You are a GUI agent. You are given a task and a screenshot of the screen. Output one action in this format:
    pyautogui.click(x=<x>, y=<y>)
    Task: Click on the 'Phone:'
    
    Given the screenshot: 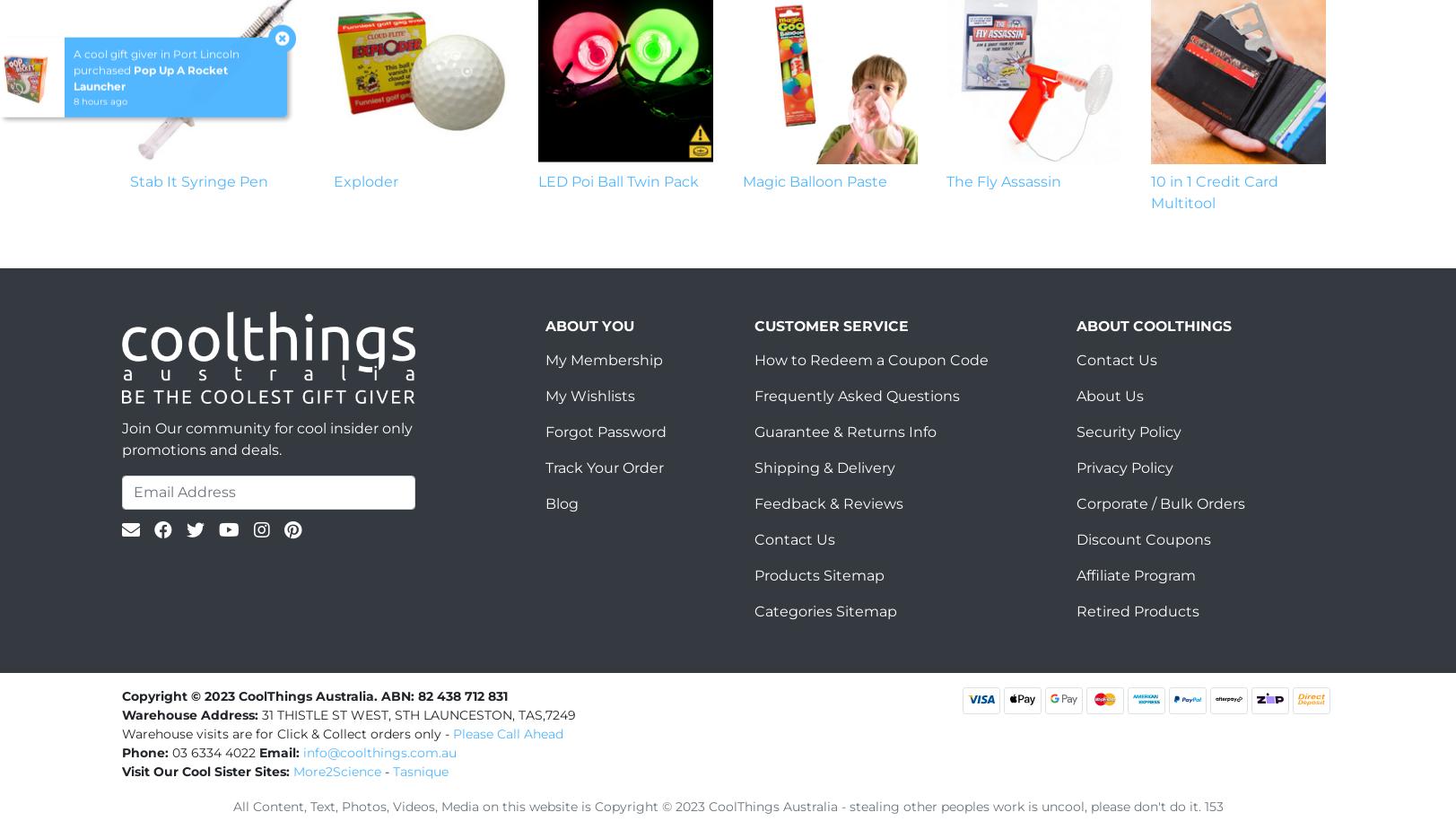 What is the action you would take?
    pyautogui.click(x=122, y=752)
    